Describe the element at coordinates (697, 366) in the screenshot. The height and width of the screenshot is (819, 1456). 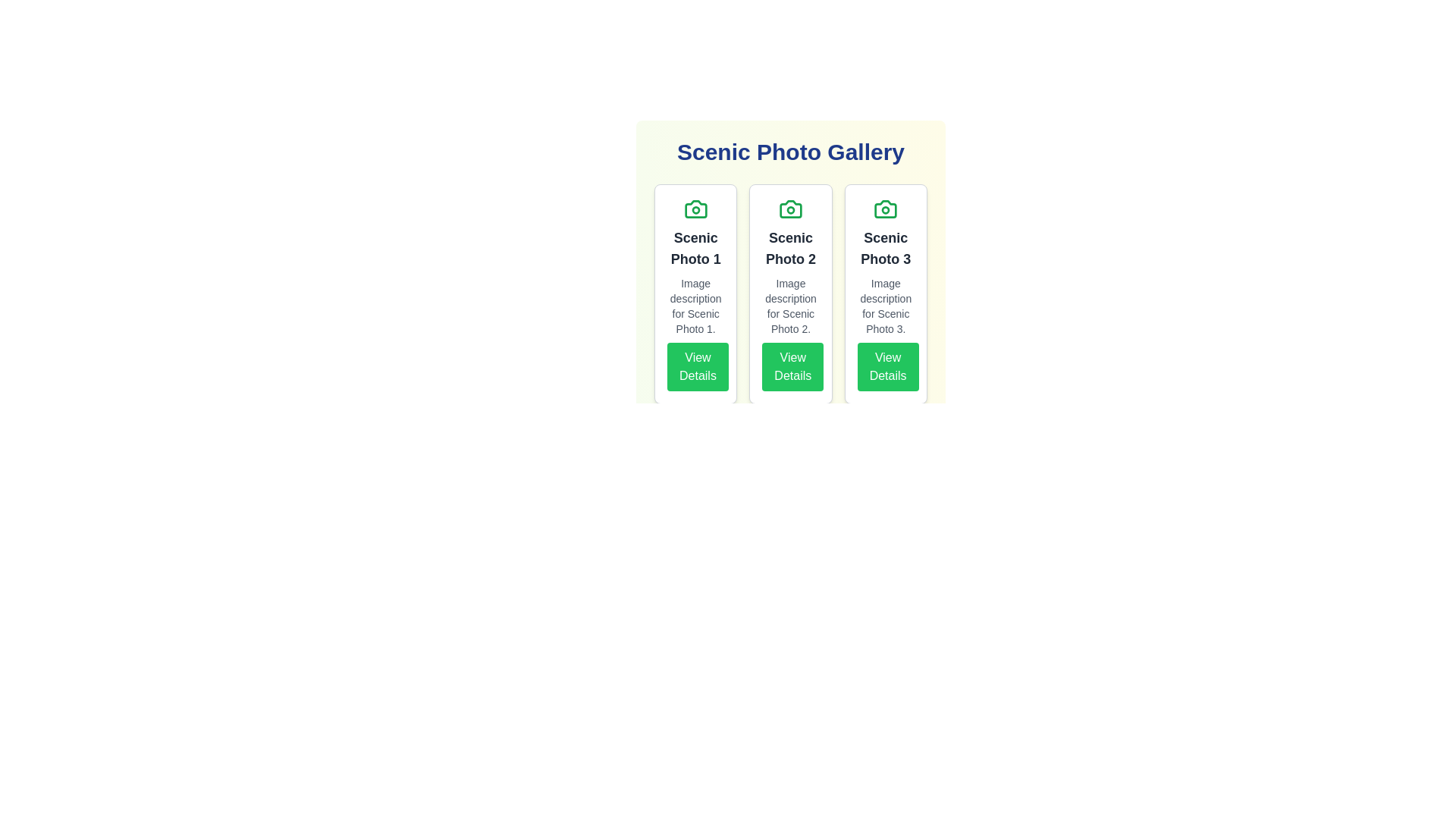
I see `'View Details' button for the scenic photo identified by Scenic Photo 1` at that location.